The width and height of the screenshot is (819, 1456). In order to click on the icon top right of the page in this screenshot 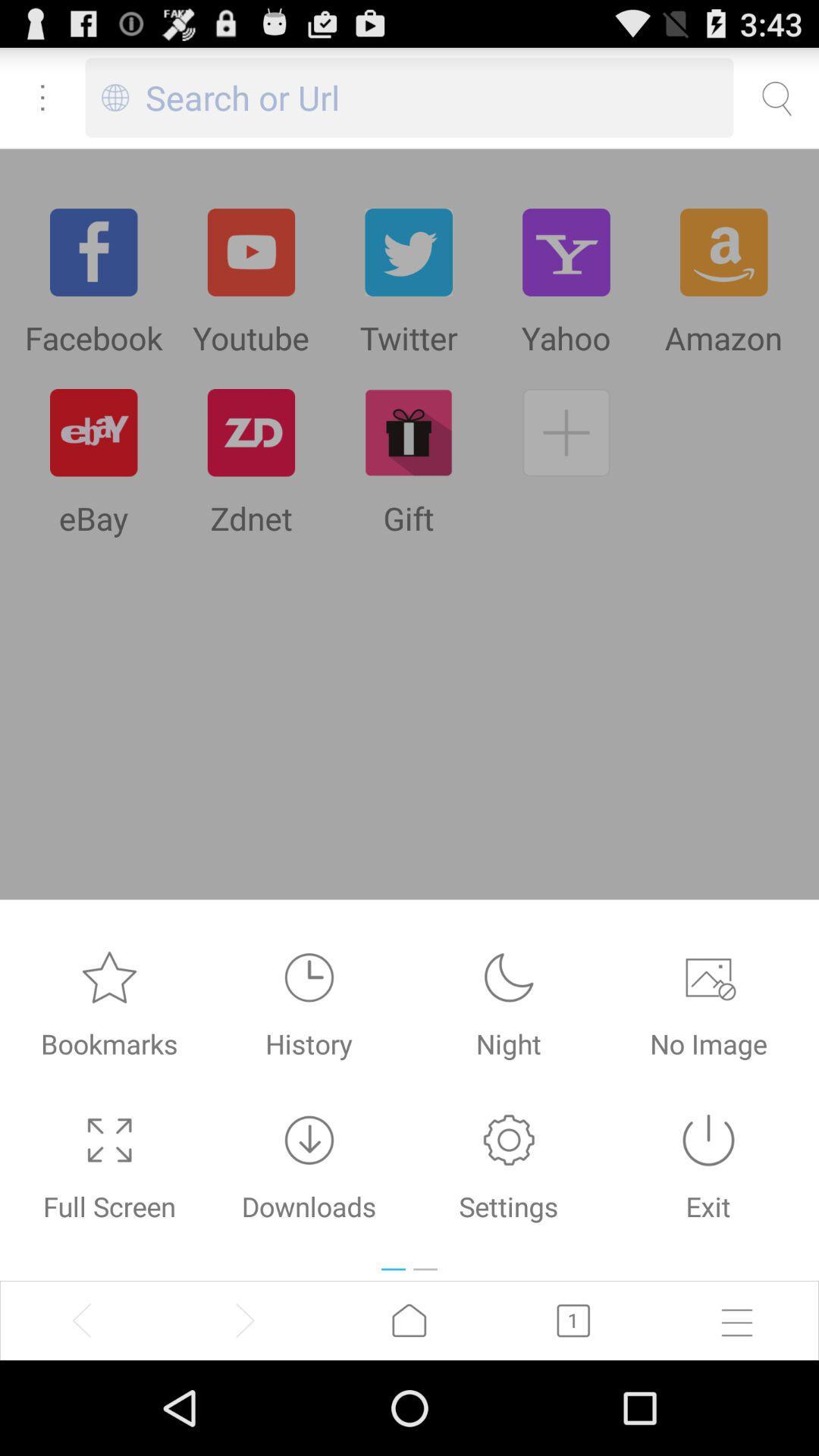, I will do `click(776, 97)`.